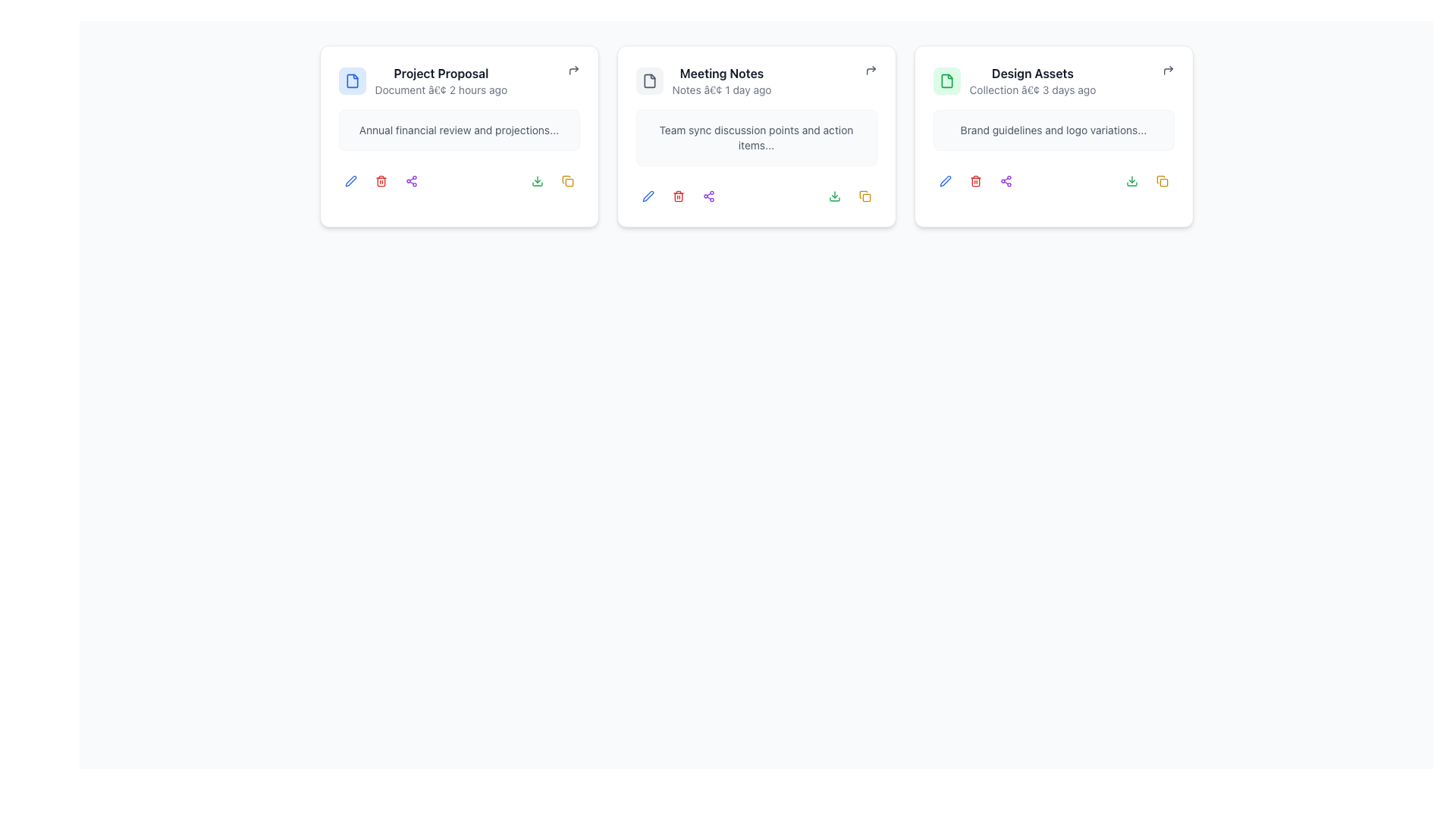 The image size is (1456, 819). I want to click on the text block that reads 'Annual financial review and projections...' located within the 'Project Proposal' card, which has a light gray background and rounded corners, so click(458, 130).